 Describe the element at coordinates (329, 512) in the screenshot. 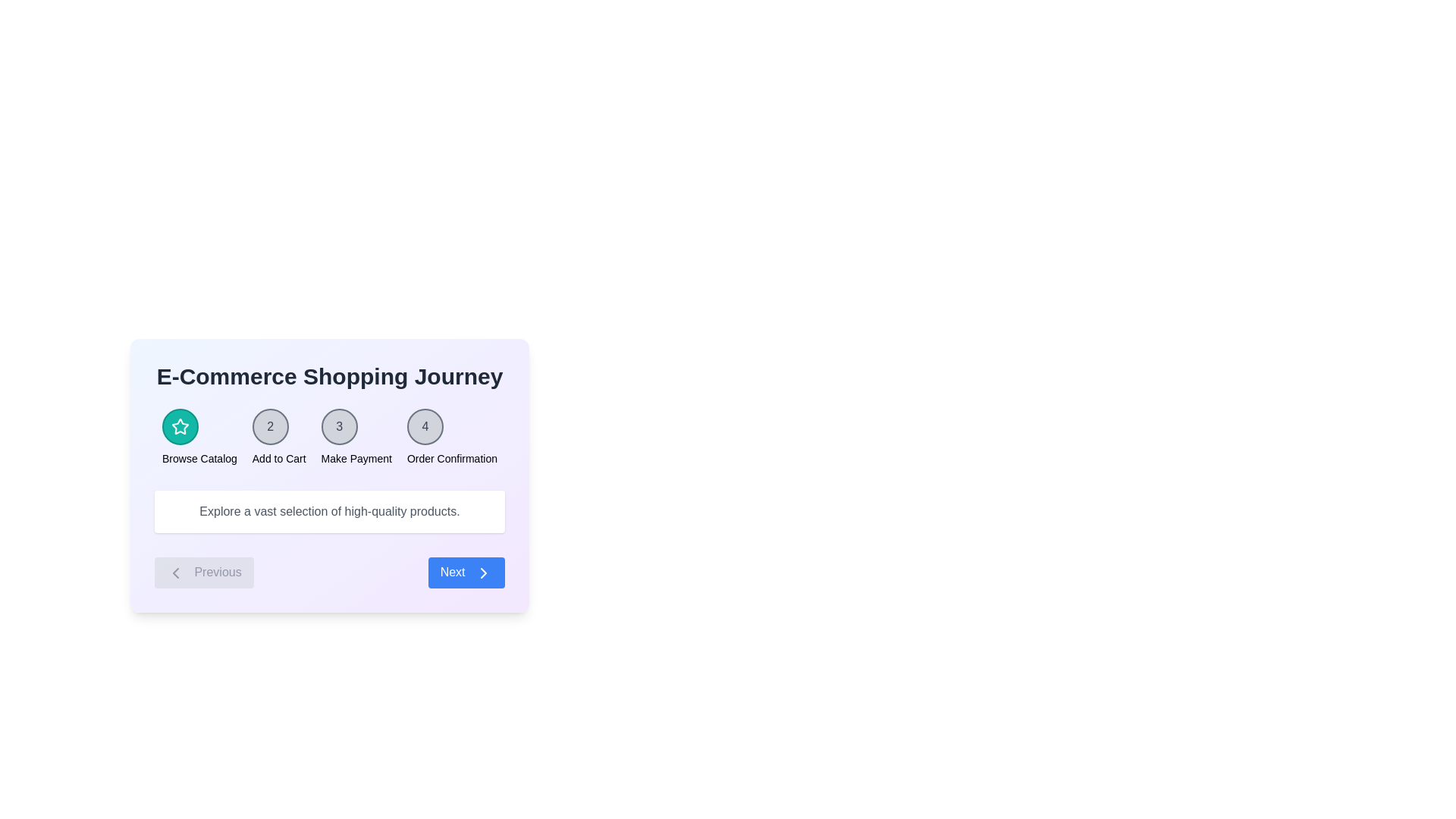

I see `the text label displaying 'Explore a vast selection of high-quality products.' which is centrally aligned below the multi-step progress indicators in a white, rounded rectangle card` at that location.